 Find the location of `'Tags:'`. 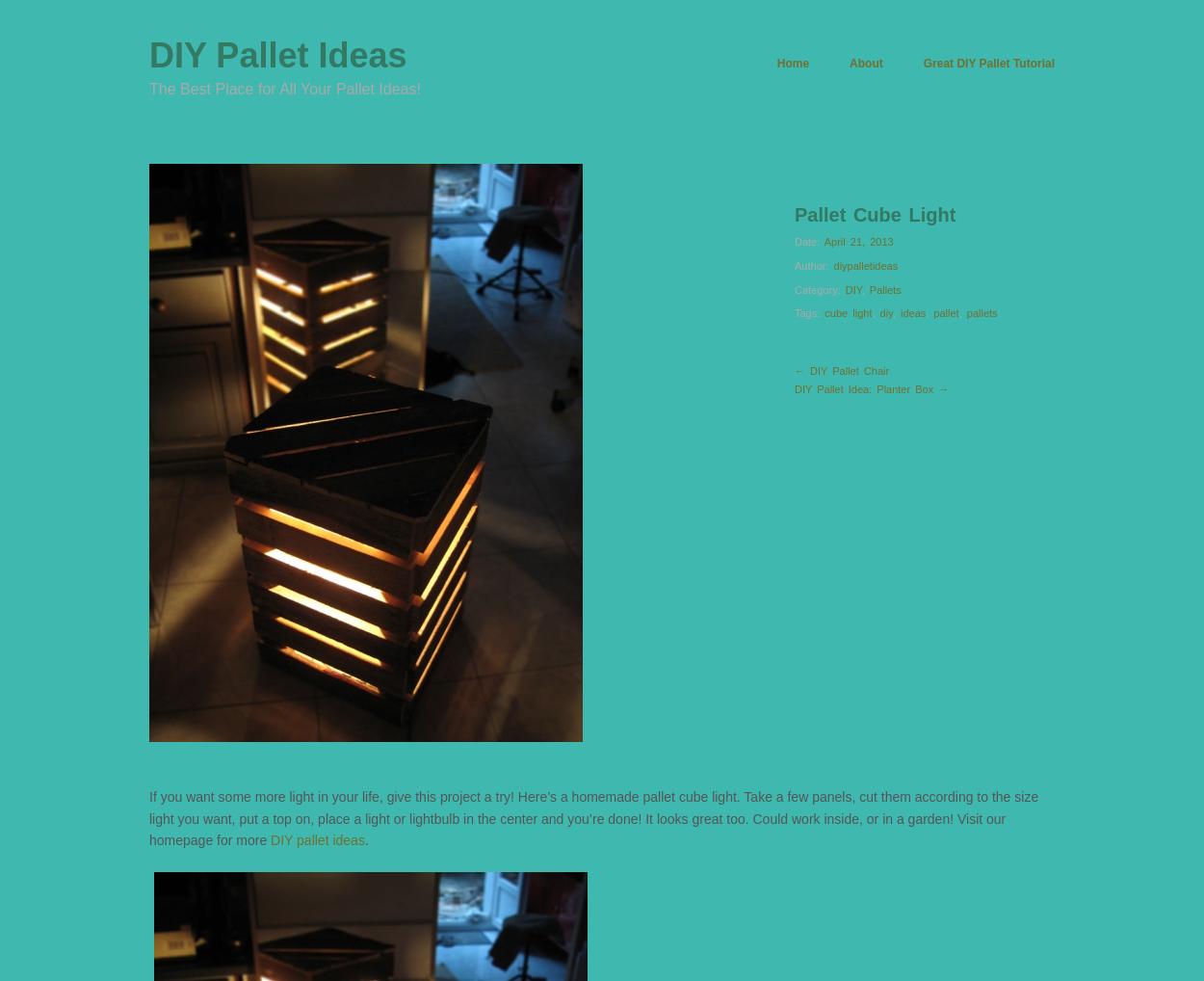

'Tags:' is located at coordinates (808, 312).